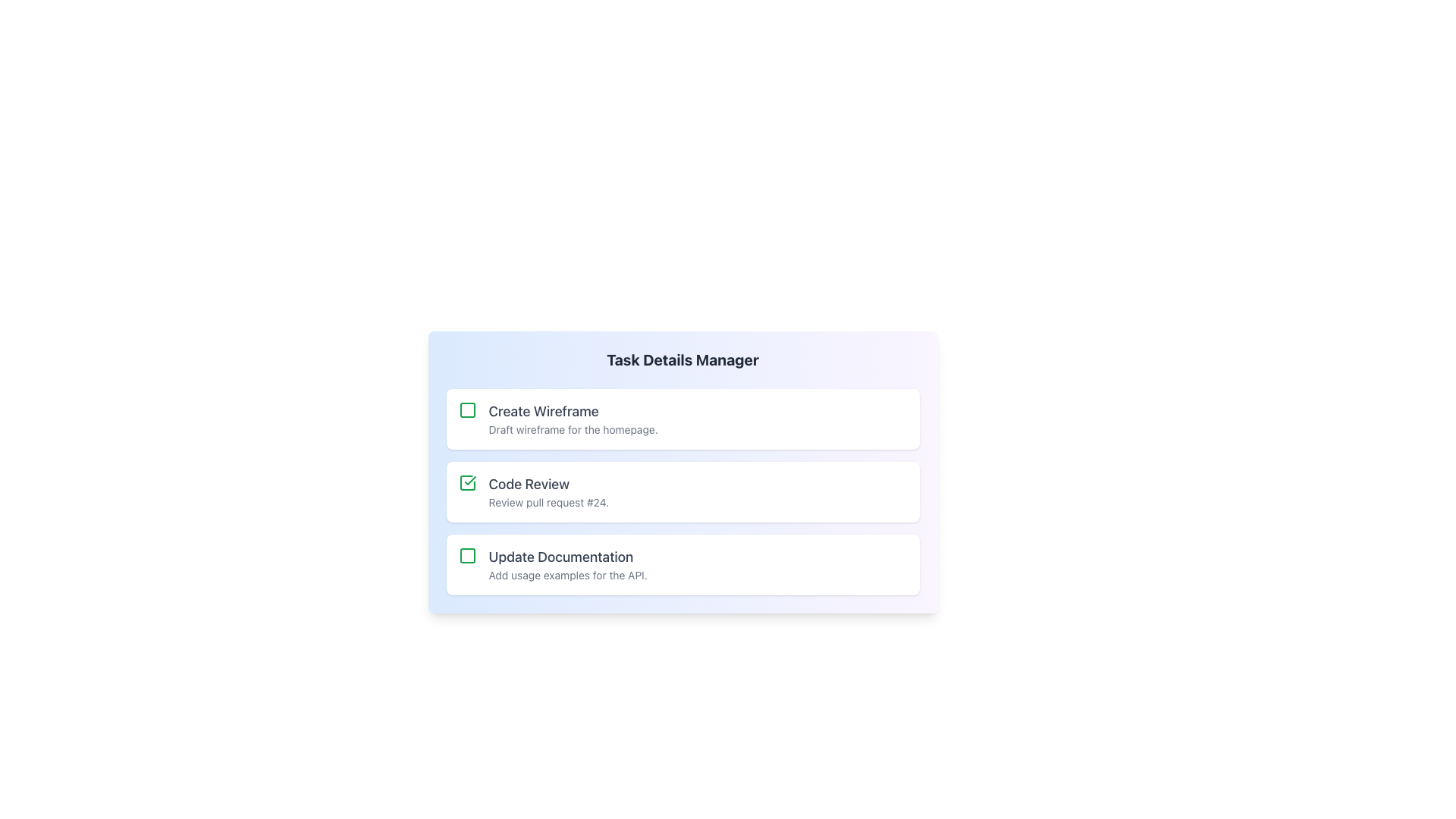 This screenshot has height=819, width=1456. What do you see at coordinates (466, 555) in the screenshot?
I see `the green-bordered checkbox located to the left of the text content in the card titled 'Update Documentation'` at bounding box center [466, 555].